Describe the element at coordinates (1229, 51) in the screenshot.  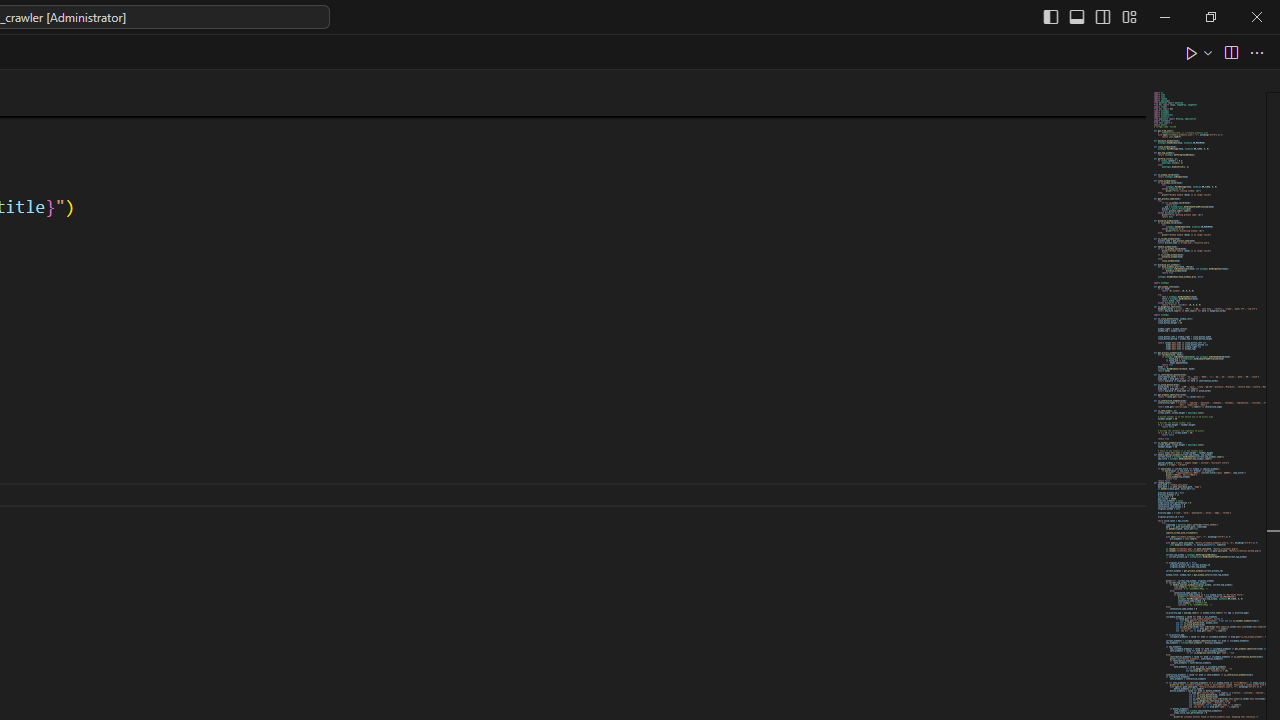
I see `'Split Editor Right (Ctrl+\) [Alt] Split Editor Down'` at that location.